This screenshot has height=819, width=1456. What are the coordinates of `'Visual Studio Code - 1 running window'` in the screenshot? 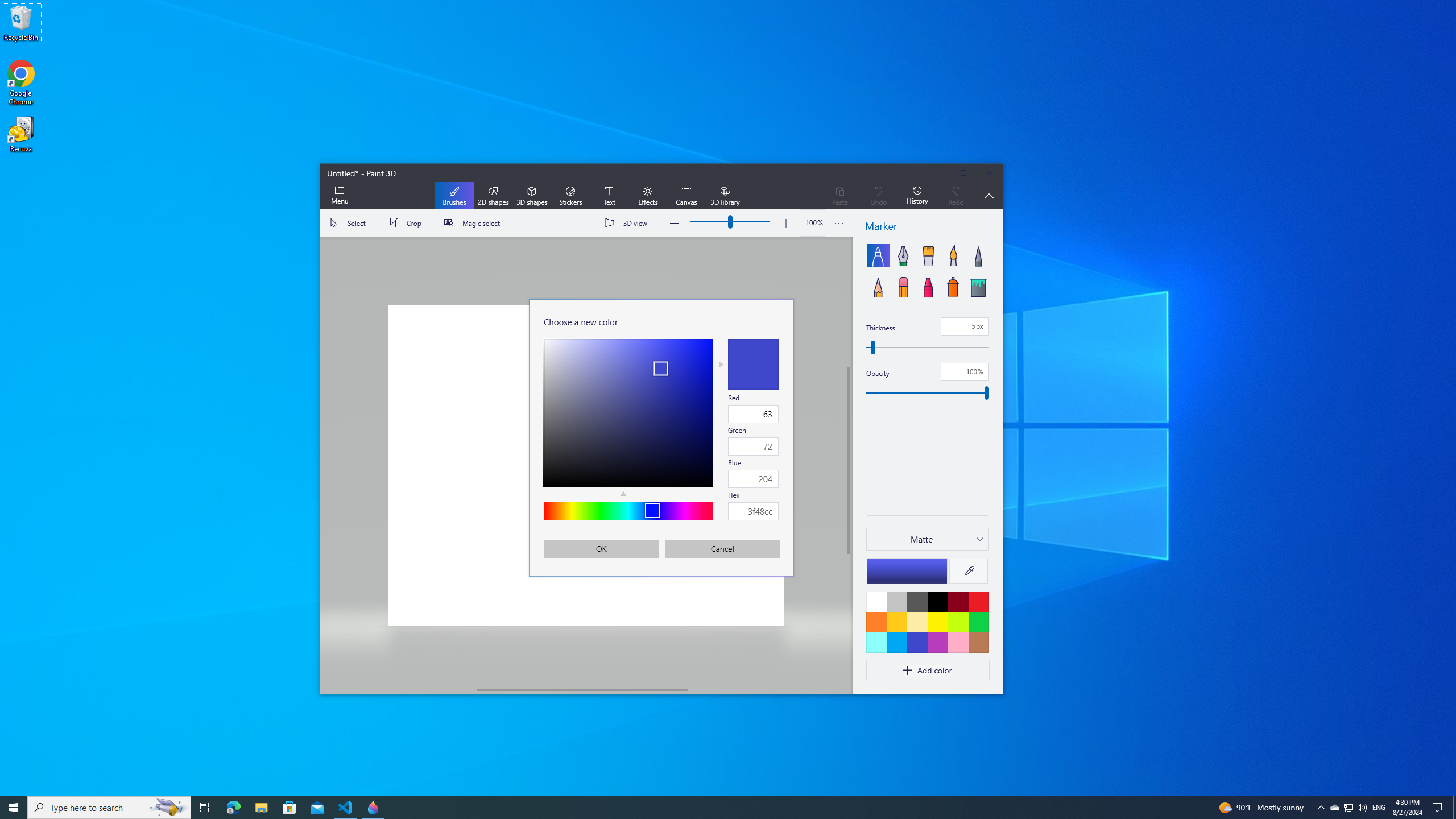 It's located at (345, 806).